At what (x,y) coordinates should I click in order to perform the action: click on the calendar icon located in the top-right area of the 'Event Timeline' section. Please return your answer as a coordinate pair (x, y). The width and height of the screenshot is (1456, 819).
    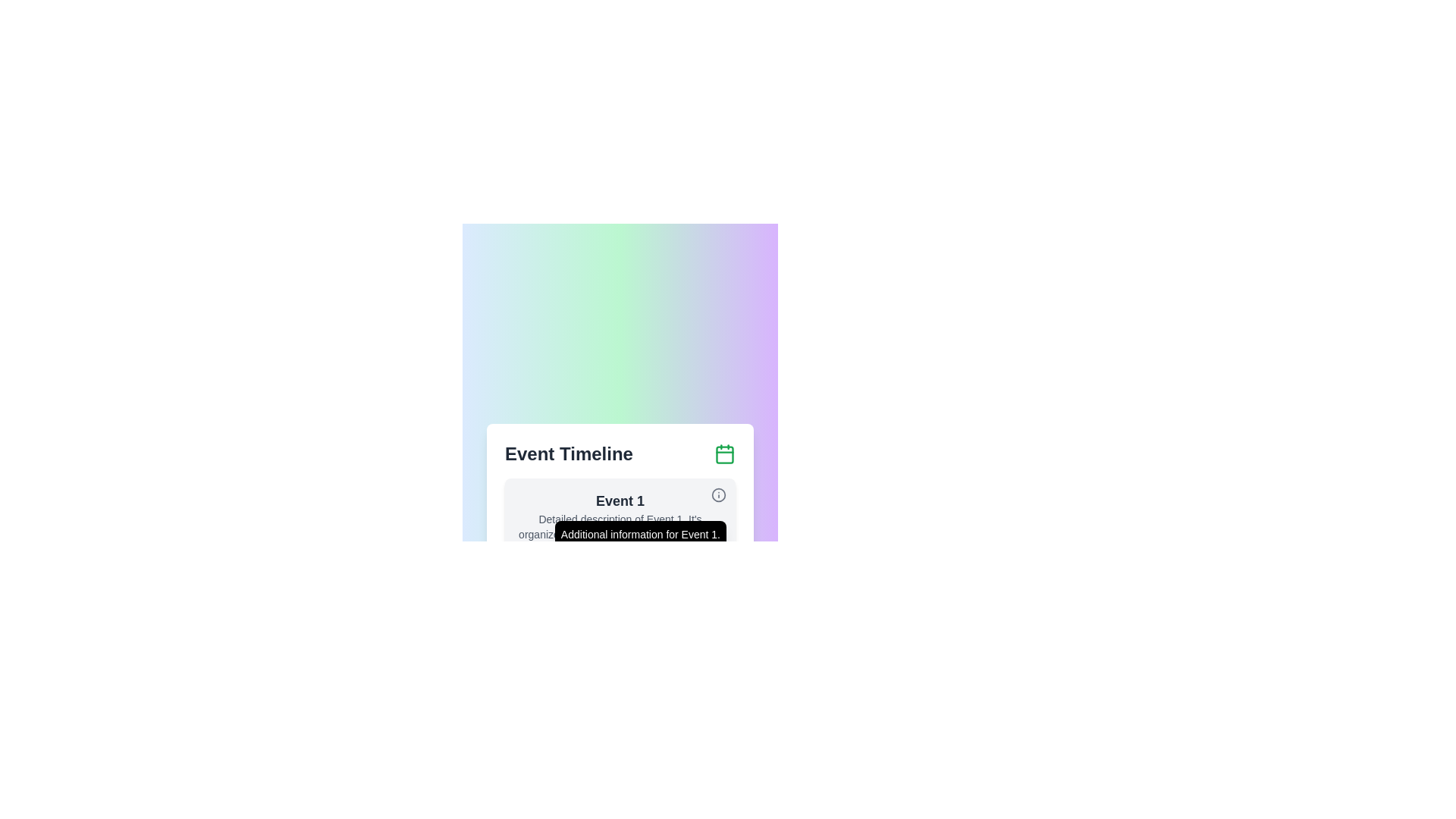
    Looking at the image, I should click on (723, 453).